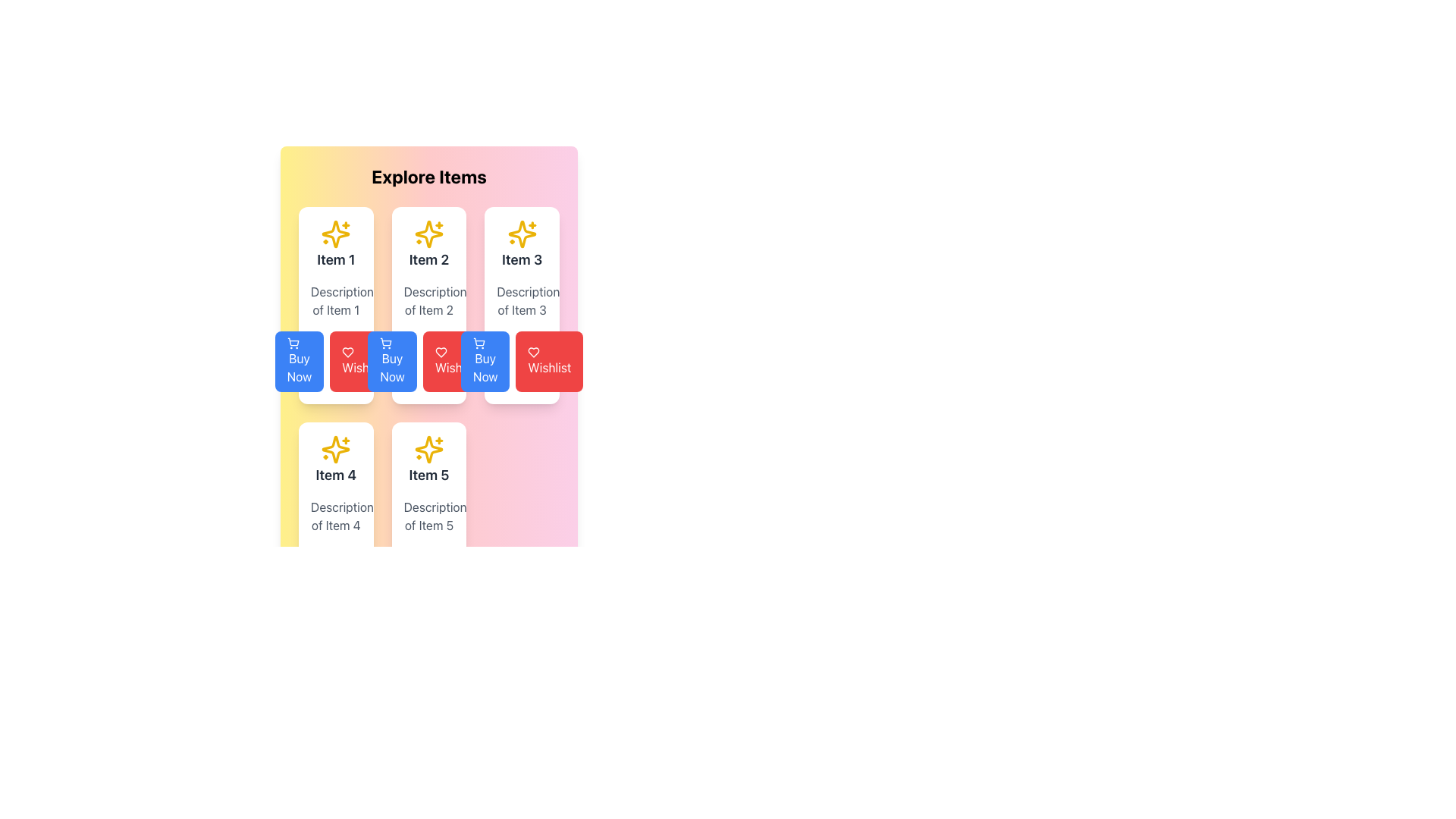  I want to click on the star-shaped golden yellow icon located in the top-left card labeled 'Item 1' in the grid, so click(335, 234).